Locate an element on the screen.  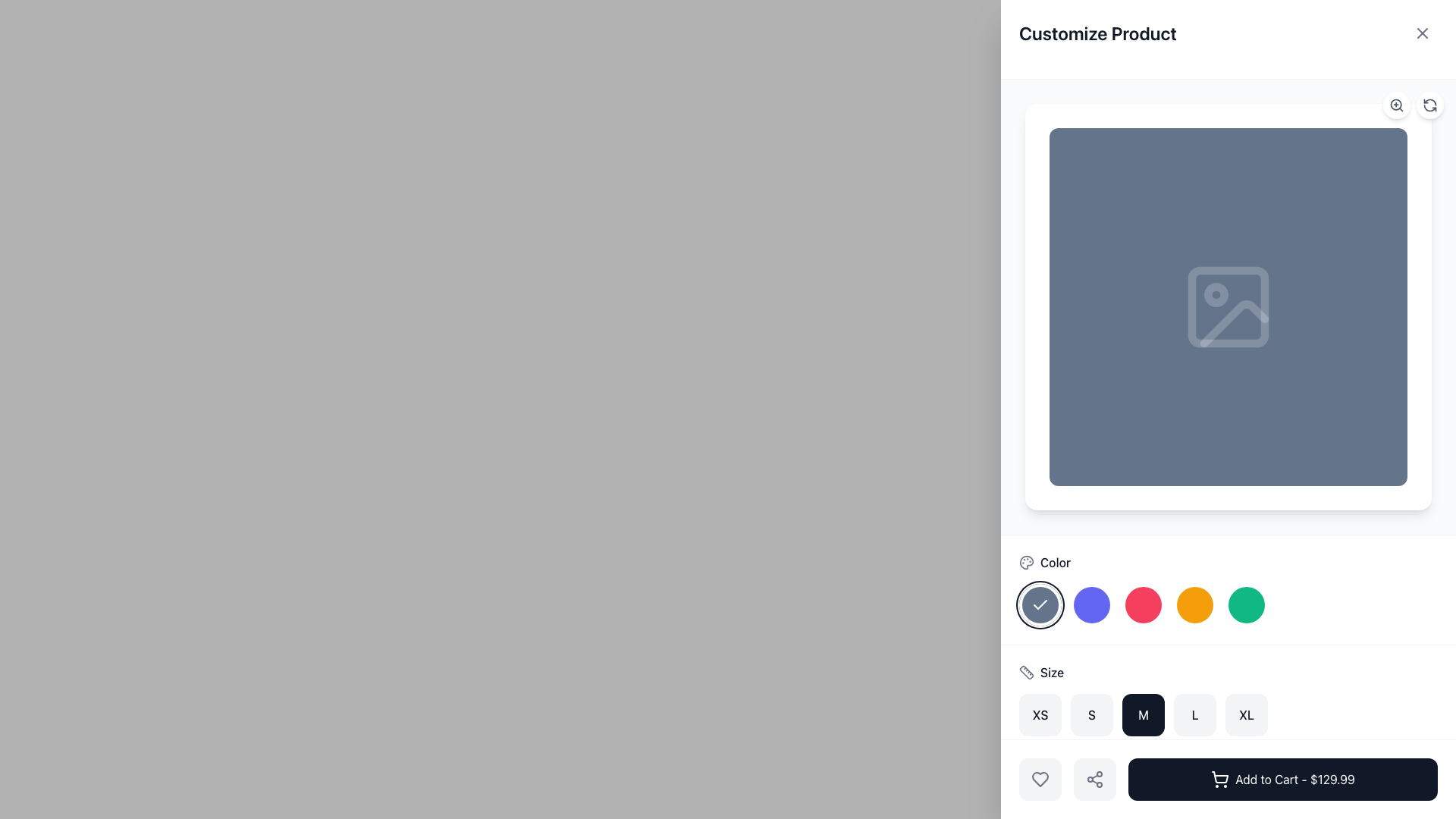
the image placeholder located in the top right customization panel is located at coordinates (1228, 307).